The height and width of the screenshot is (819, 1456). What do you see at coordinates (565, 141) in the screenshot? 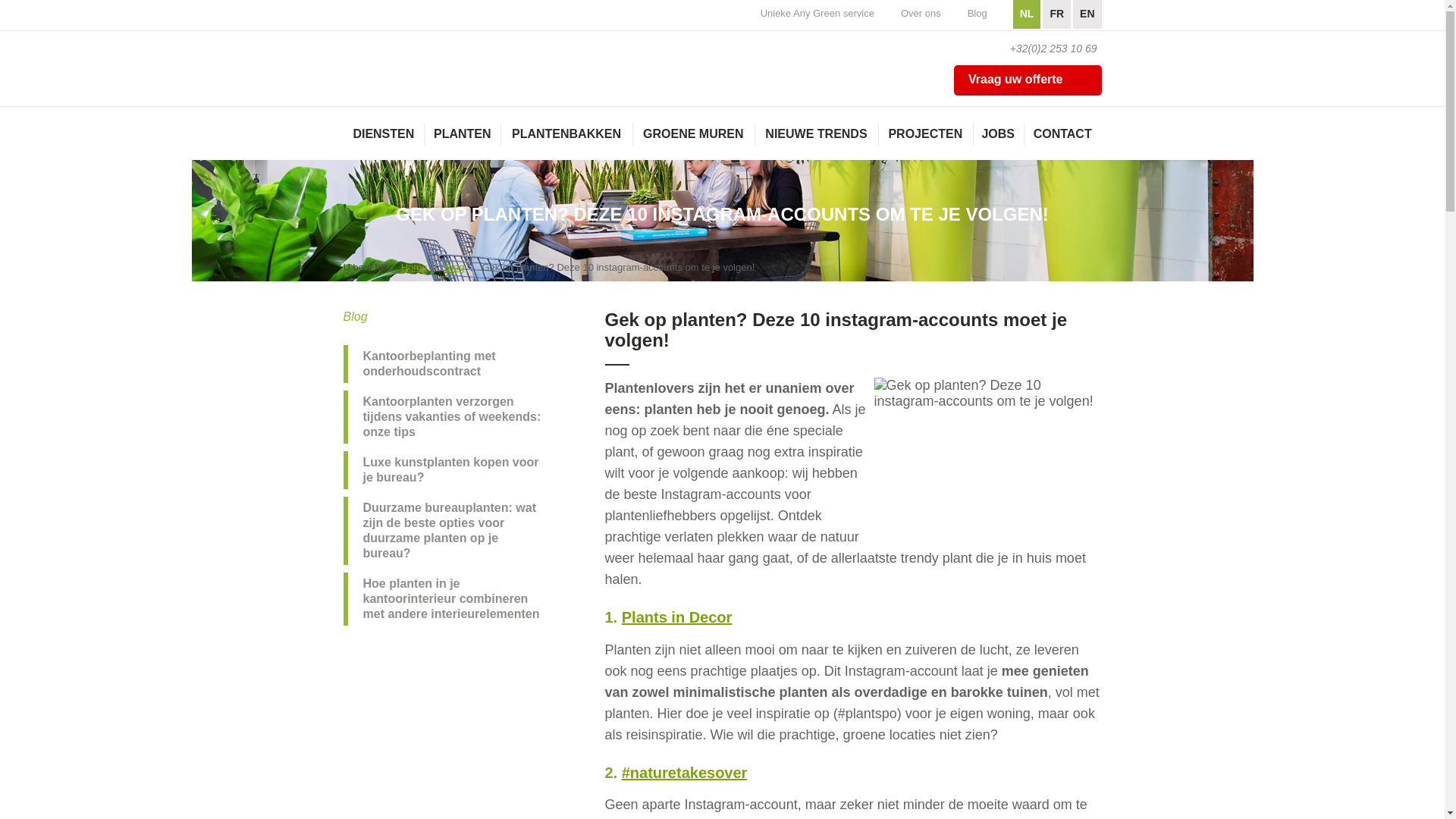
I see `'PLANTENBAKKEN'` at bounding box center [565, 141].